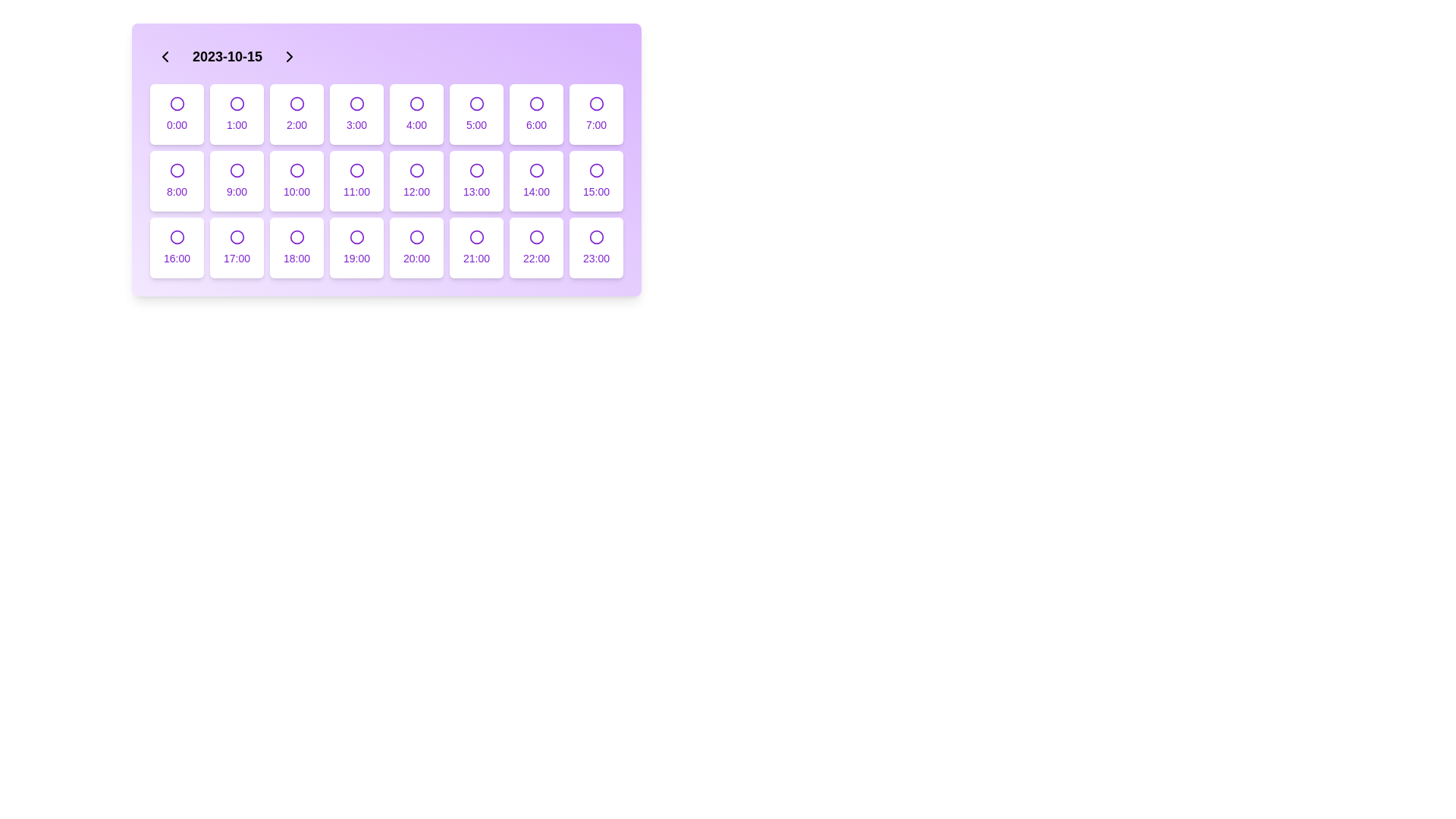  I want to click on the circular radio button with a purple border located in the second row and fourth column of the time grid layout, labeled '4:00', so click(416, 103).